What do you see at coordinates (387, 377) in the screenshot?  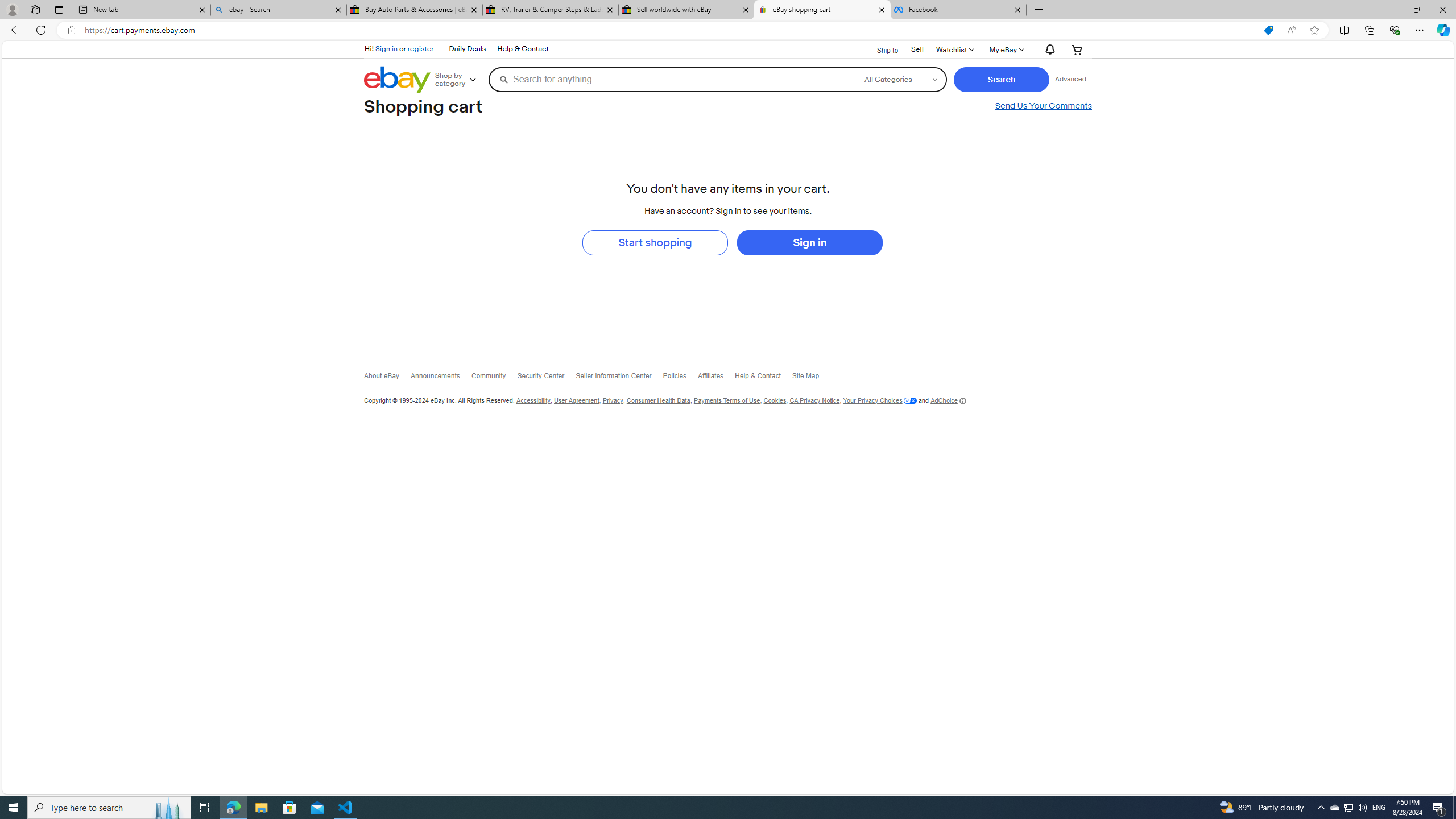 I see `'About eBay'` at bounding box center [387, 377].